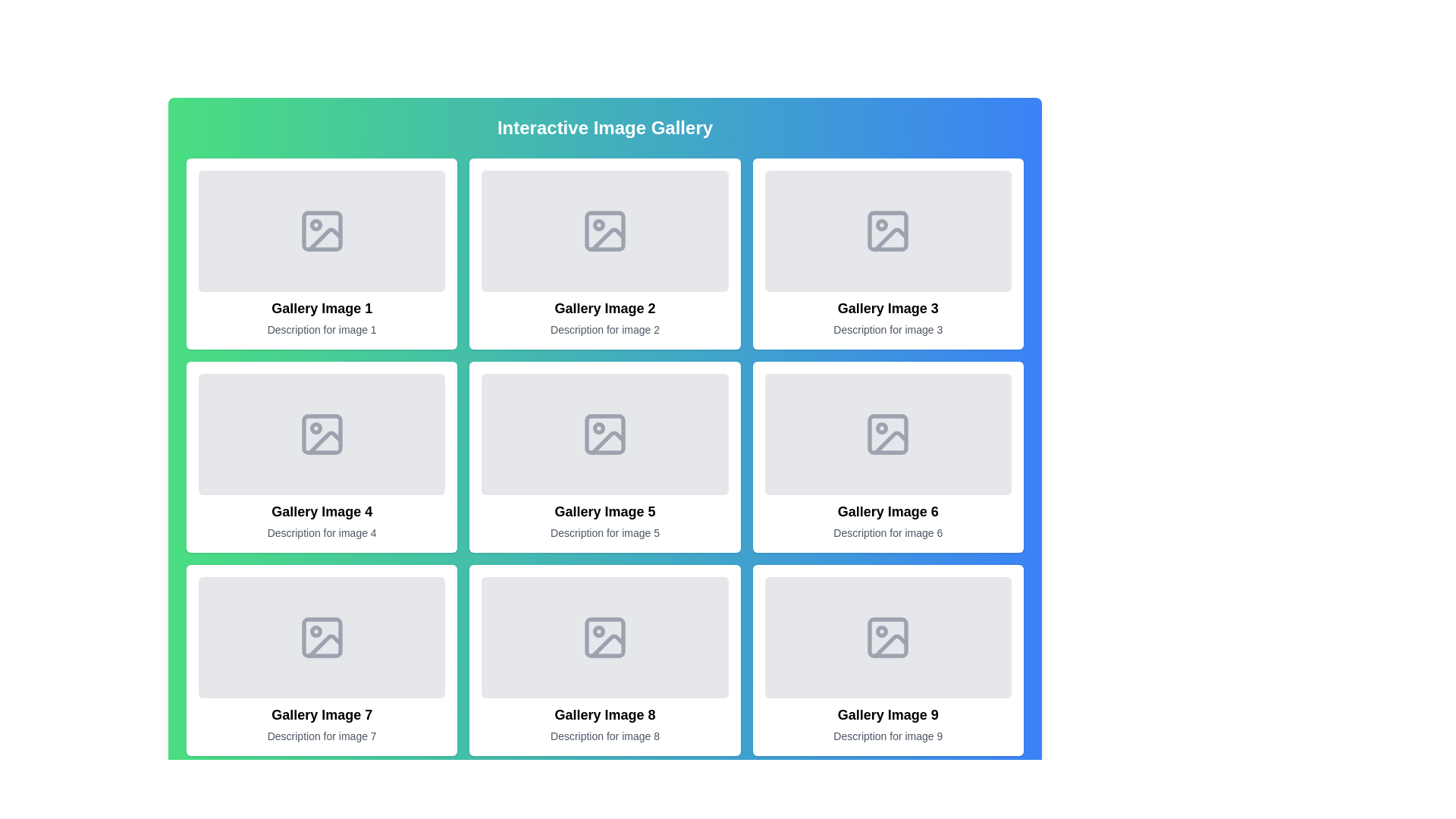 Image resolution: width=1456 pixels, height=819 pixels. Describe the element at coordinates (604, 231) in the screenshot. I see `the rounded rectangle shape inside the 'Gallery Image 2' section of the interactive image gallery` at that location.